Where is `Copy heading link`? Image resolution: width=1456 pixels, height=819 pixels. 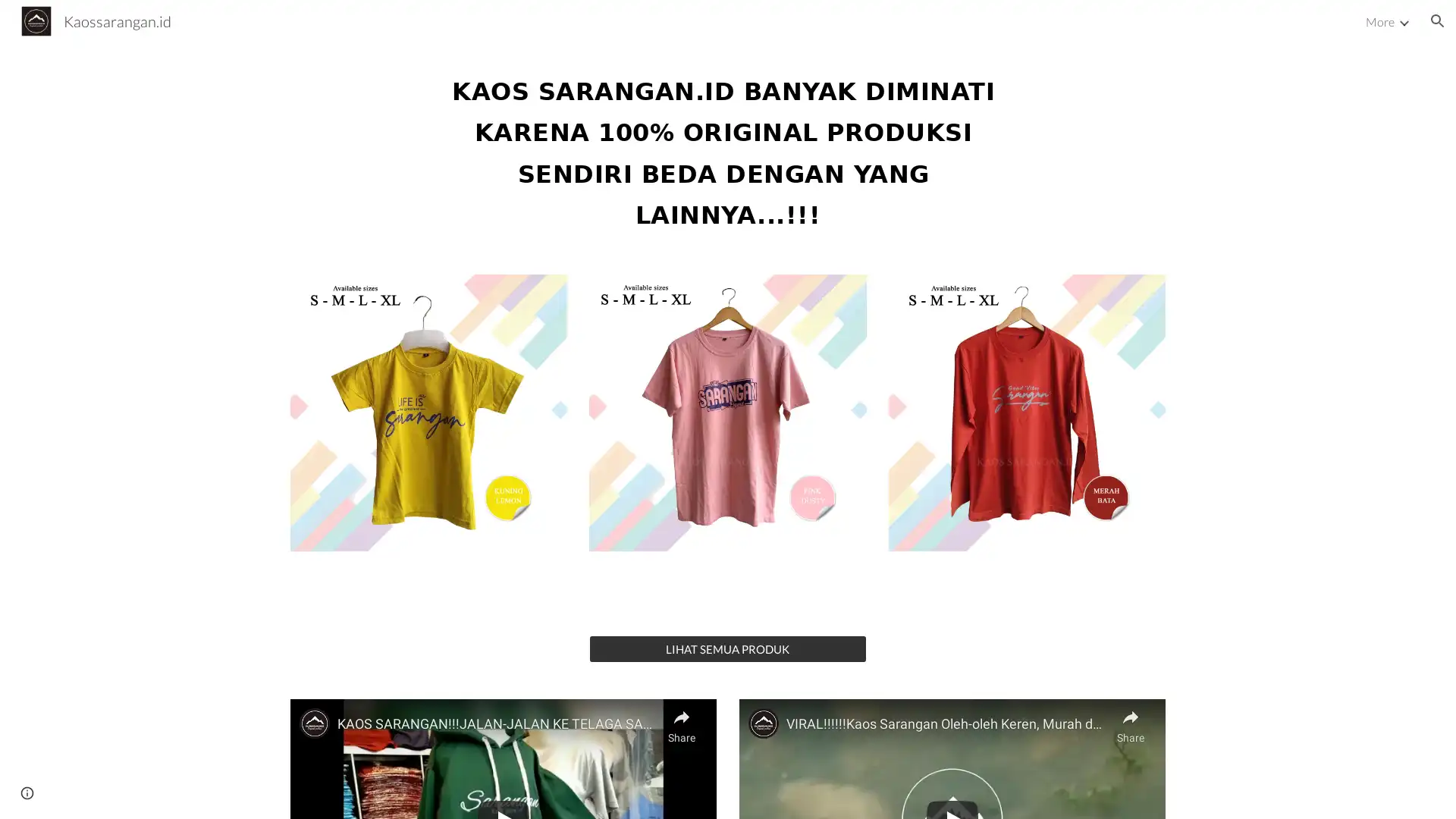 Copy heading link is located at coordinates (1026, 149).